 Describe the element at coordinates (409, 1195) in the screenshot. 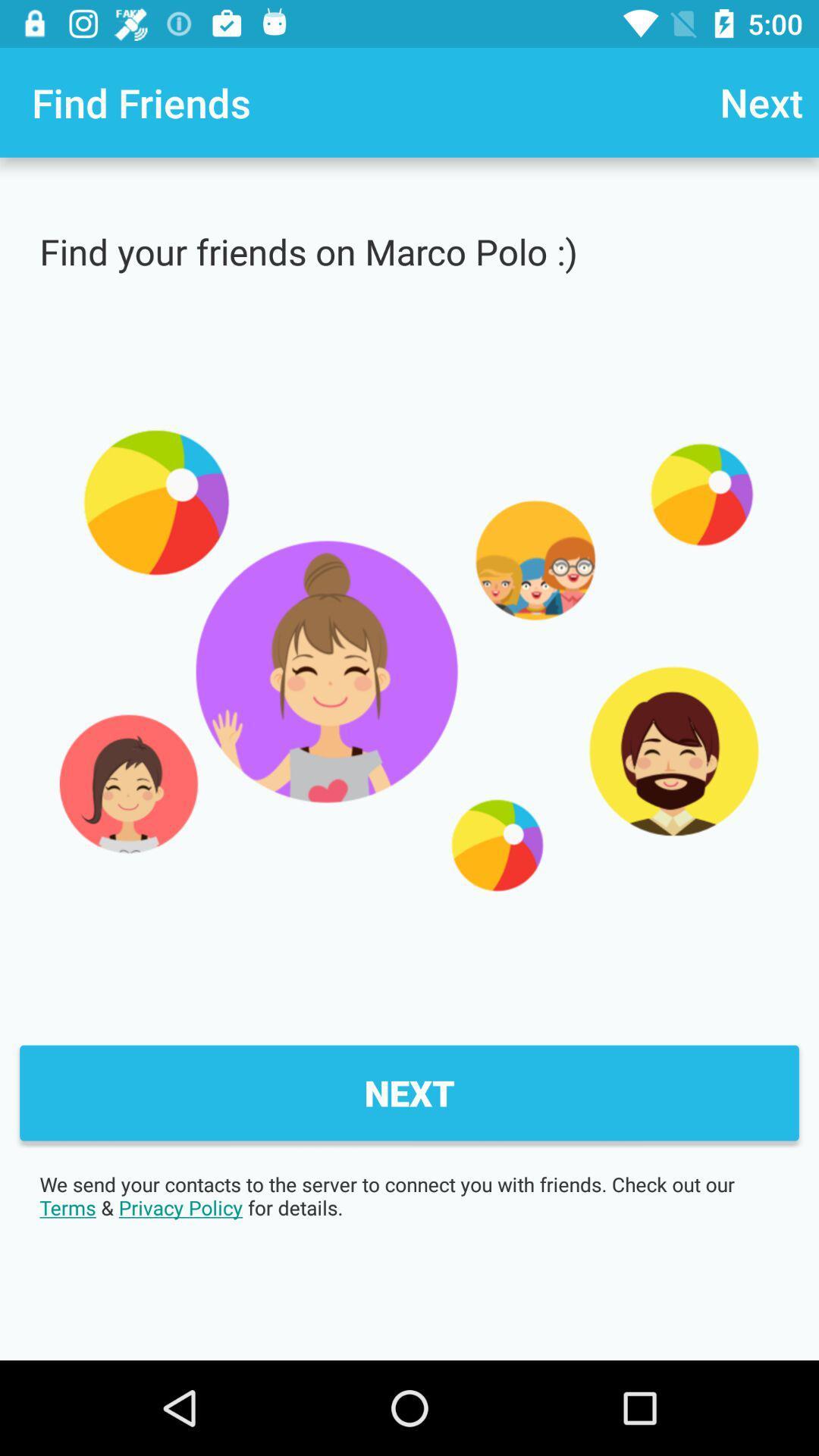

I see `the we send your item` at that location.